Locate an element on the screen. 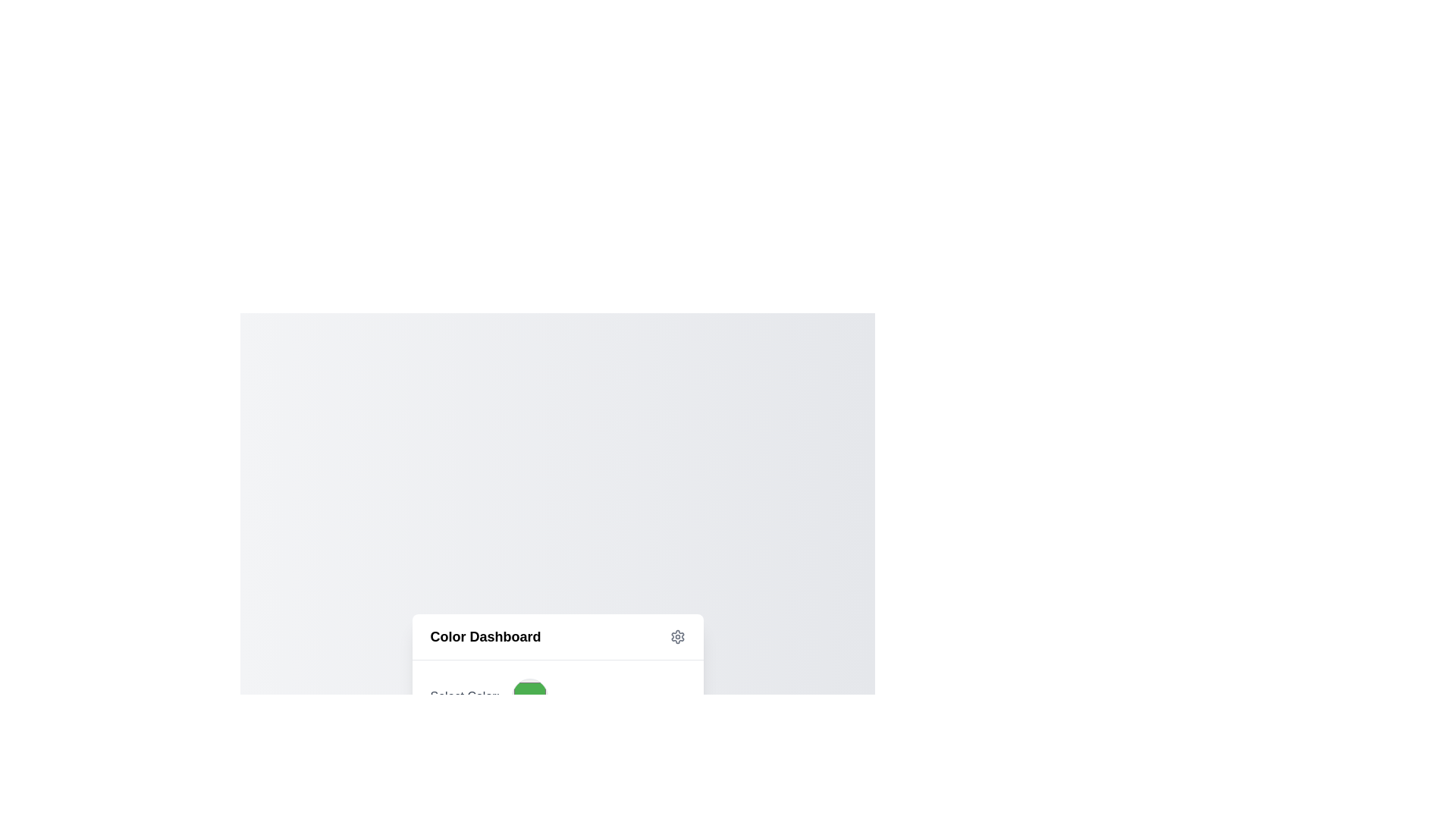 This screenshot has width=1456, height=819. the settings button, represented by a gear icon with a gray stroke, located at the top-right corner of the 'Color Dashboard' section is located at coordinates (676, 637).